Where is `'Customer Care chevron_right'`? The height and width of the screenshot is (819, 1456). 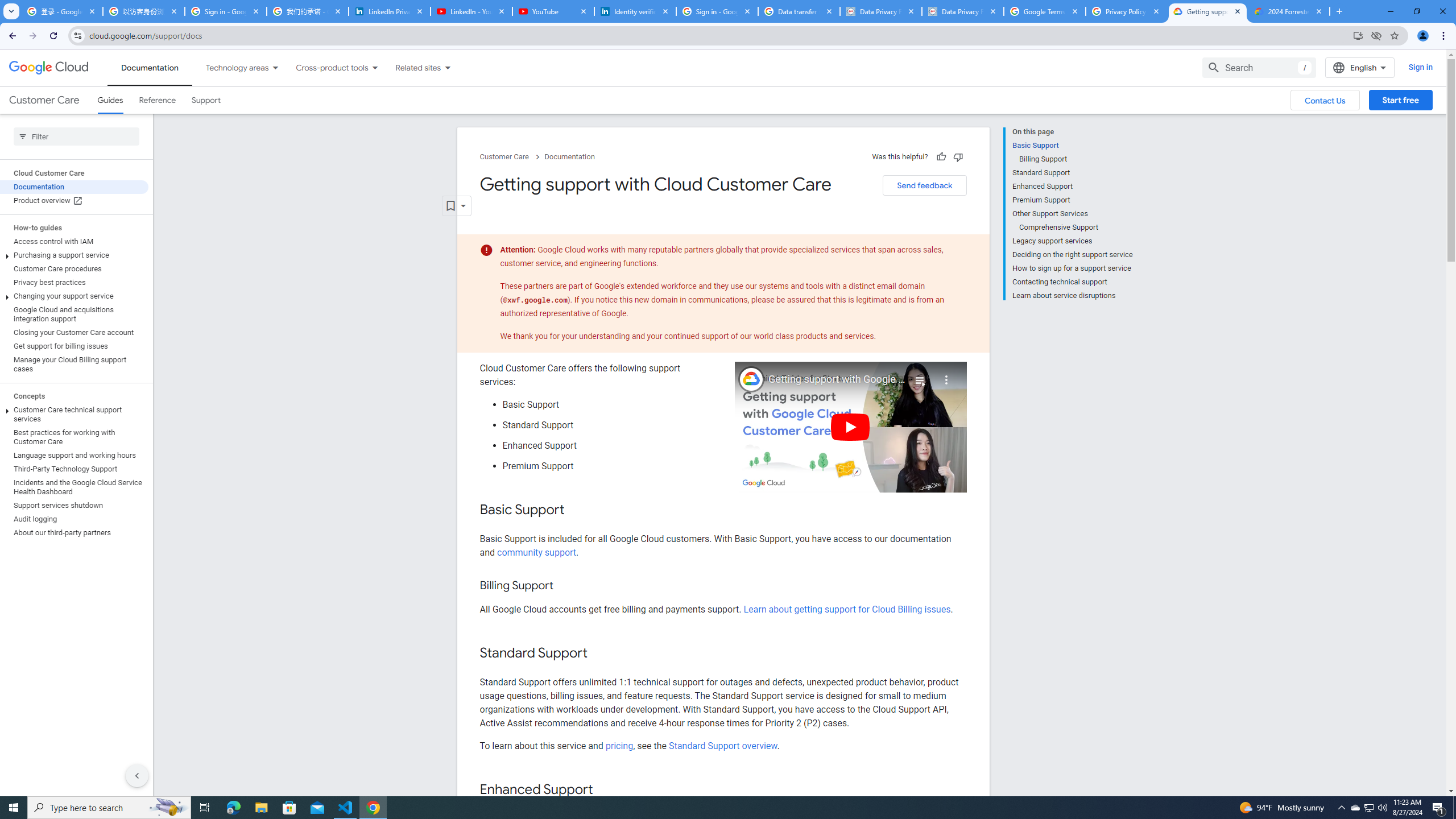 'Customer Care chevron_right' is located at coordinates (511, 156).